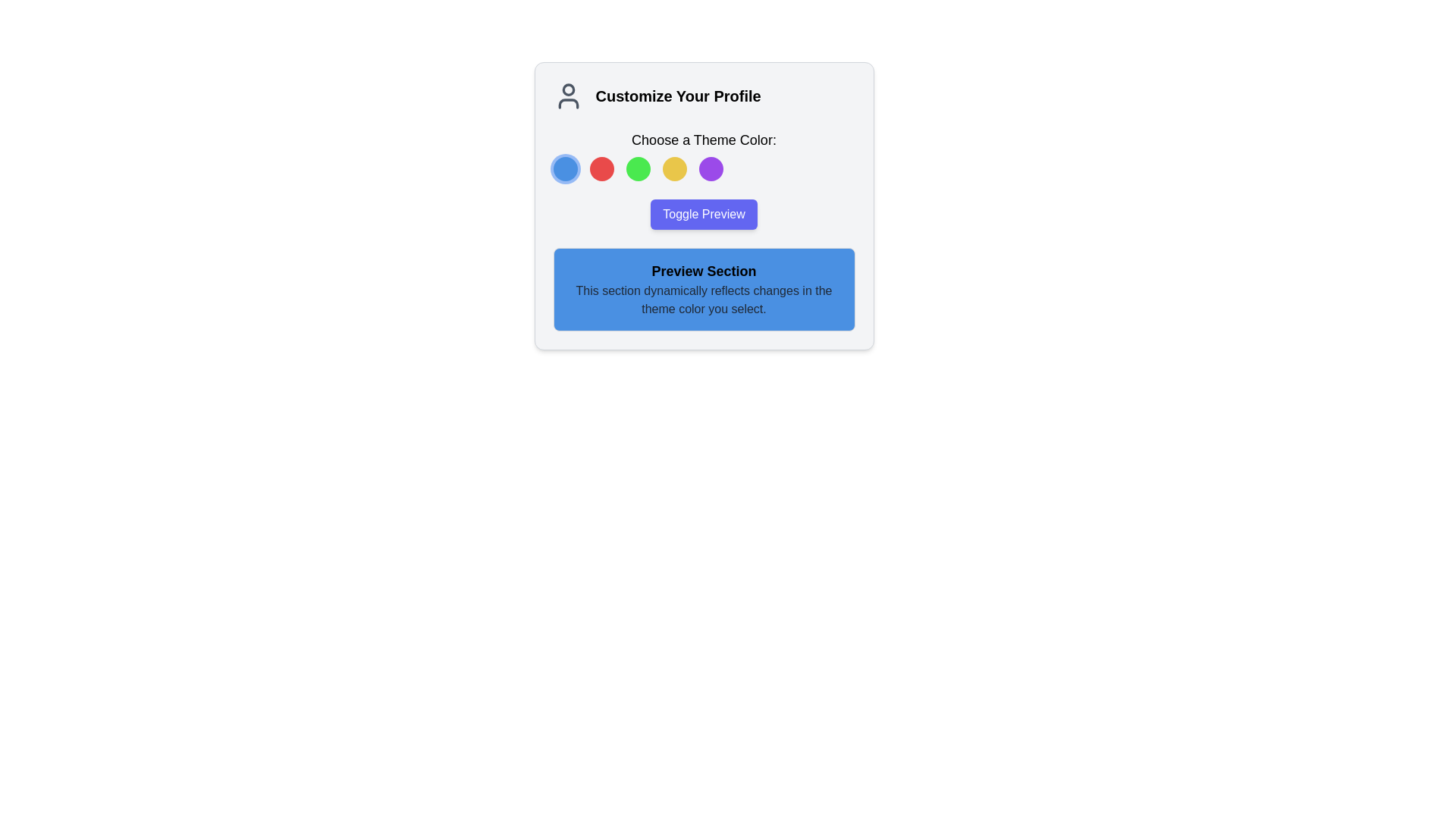  What do you see at coordinates (703, 289) in the screenshot?
I see `the 'Preview Section' informational area` at bounding box center [703, 289].